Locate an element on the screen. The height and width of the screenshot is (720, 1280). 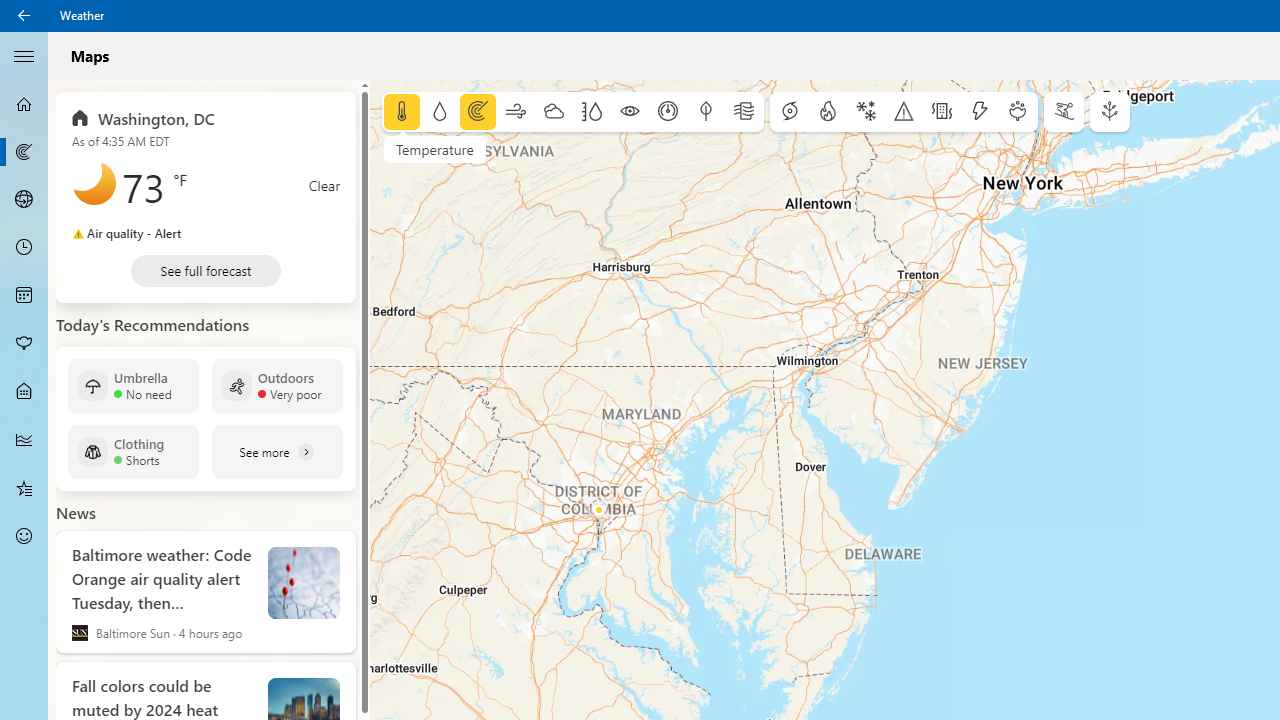
'Monthly Forecast - Not Selected' is located at coordinates (24, 295).